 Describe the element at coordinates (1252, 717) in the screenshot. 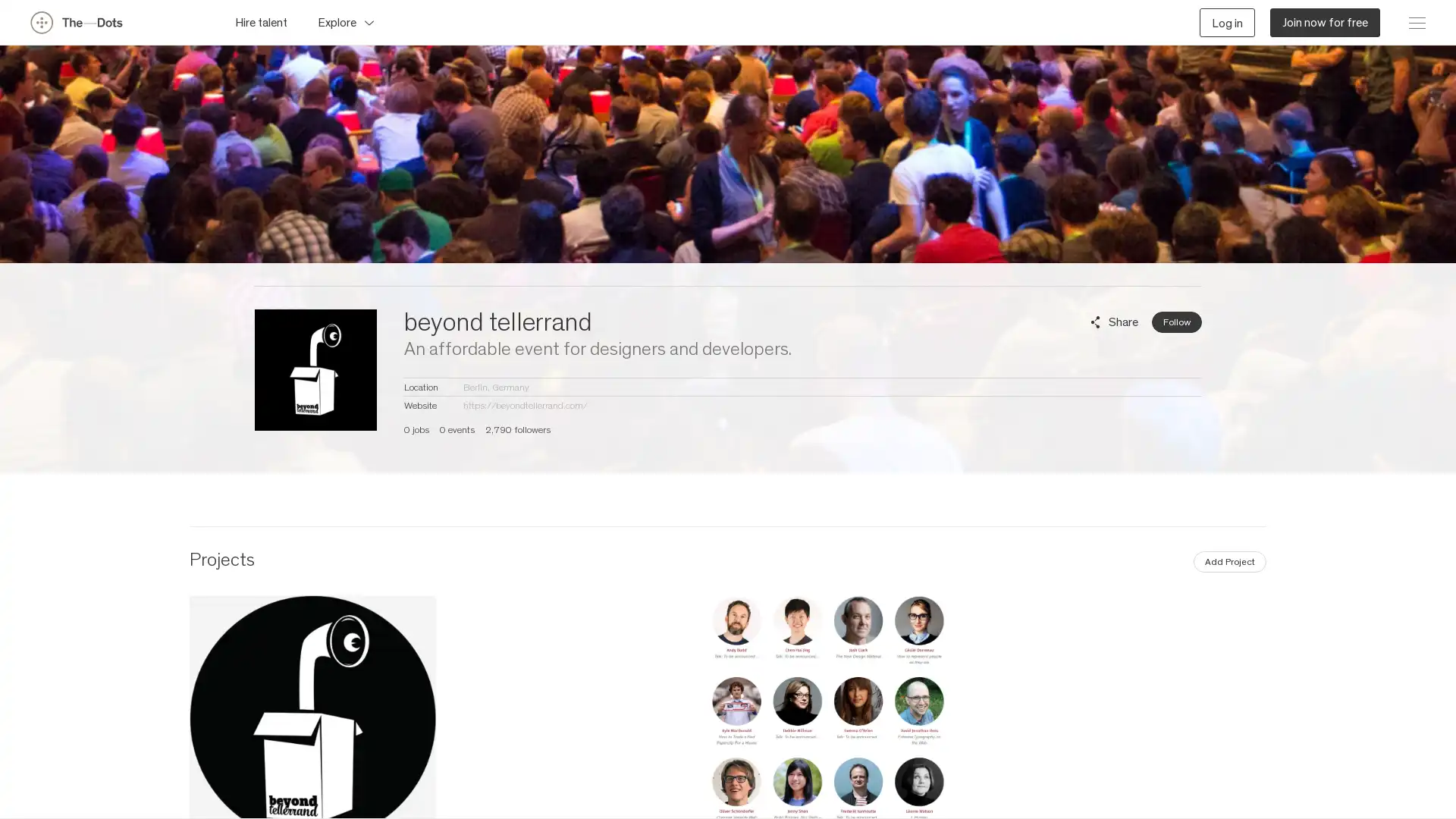

I see `Like this project, 1 like` at that location.